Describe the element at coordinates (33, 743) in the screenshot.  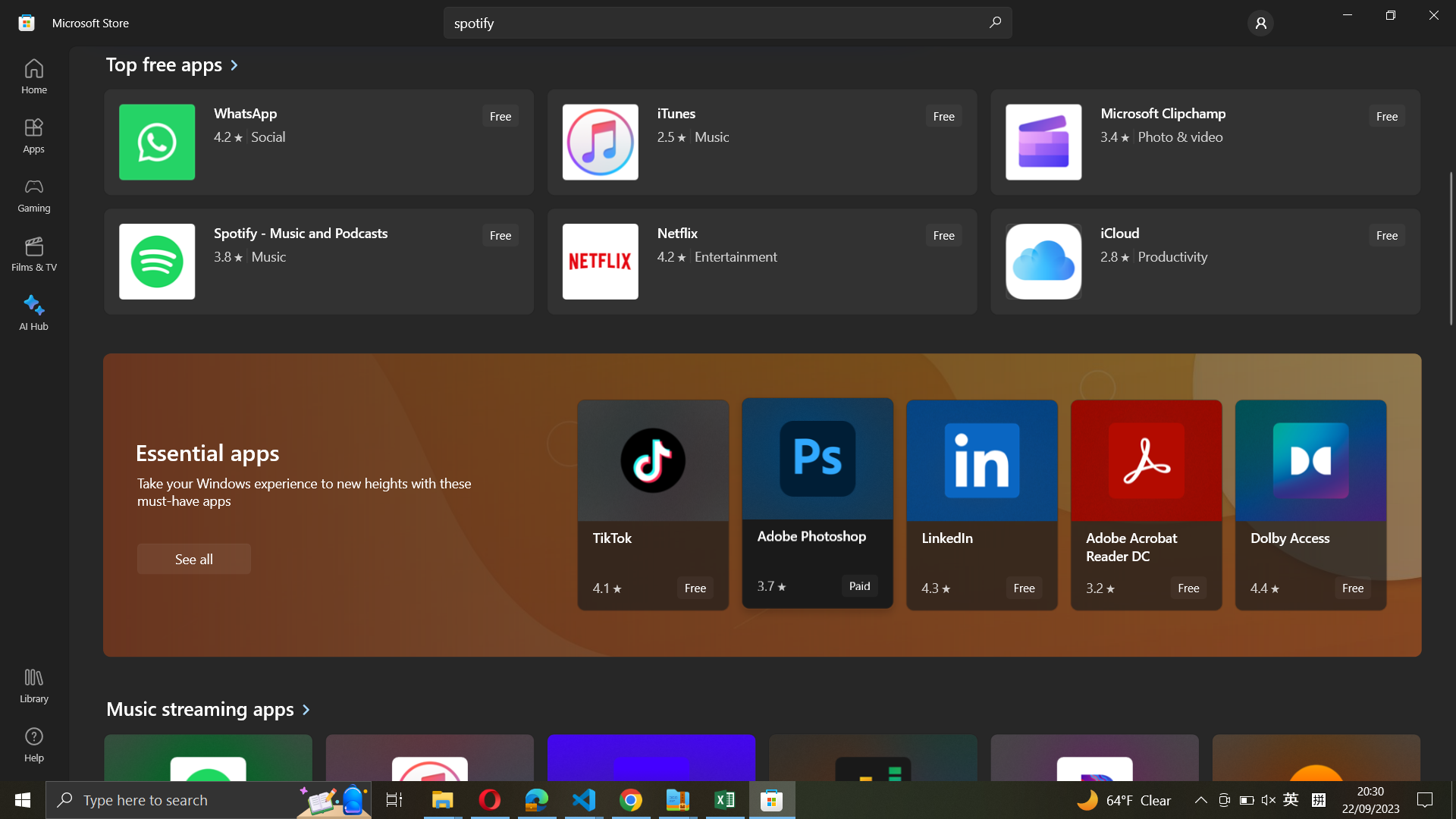
I see `Activate Help Feature` at that location.